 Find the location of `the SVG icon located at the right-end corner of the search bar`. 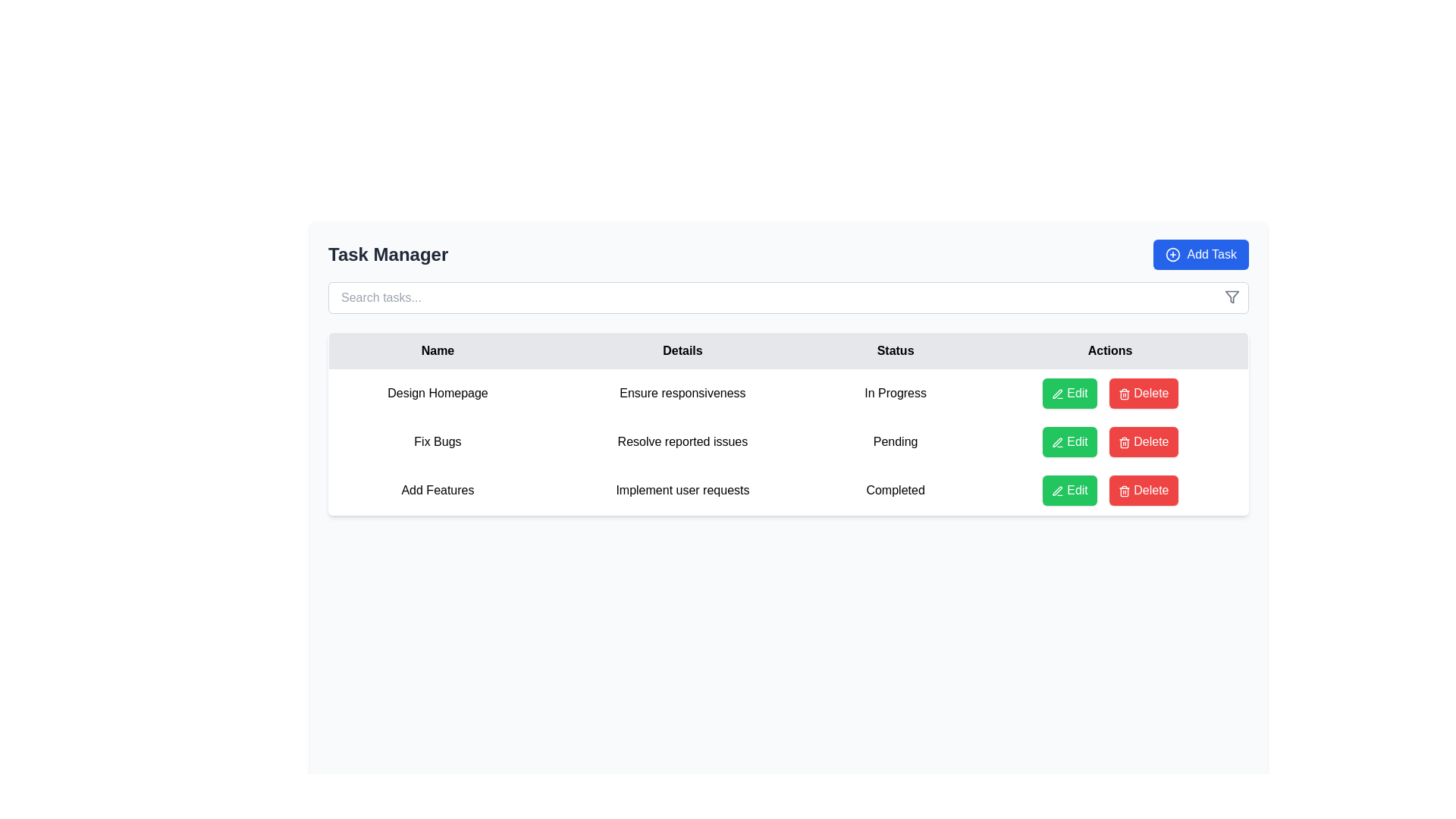

the SVG icon located at the right-end corner of the search bar is located at coordinates (1232, 297).